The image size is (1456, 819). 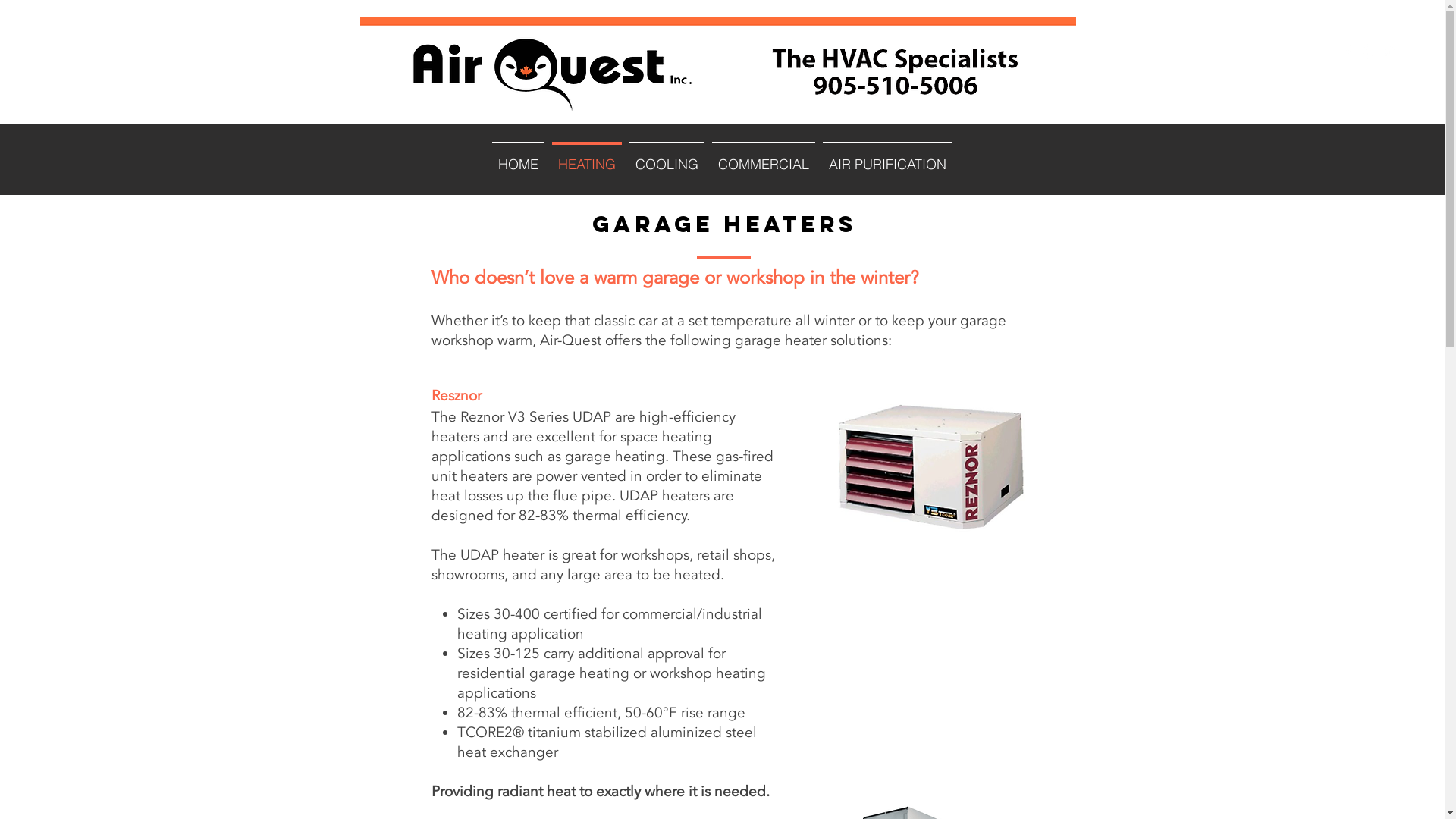 I want to click on 'COMMERCIAL', so click(x=708, y=157).